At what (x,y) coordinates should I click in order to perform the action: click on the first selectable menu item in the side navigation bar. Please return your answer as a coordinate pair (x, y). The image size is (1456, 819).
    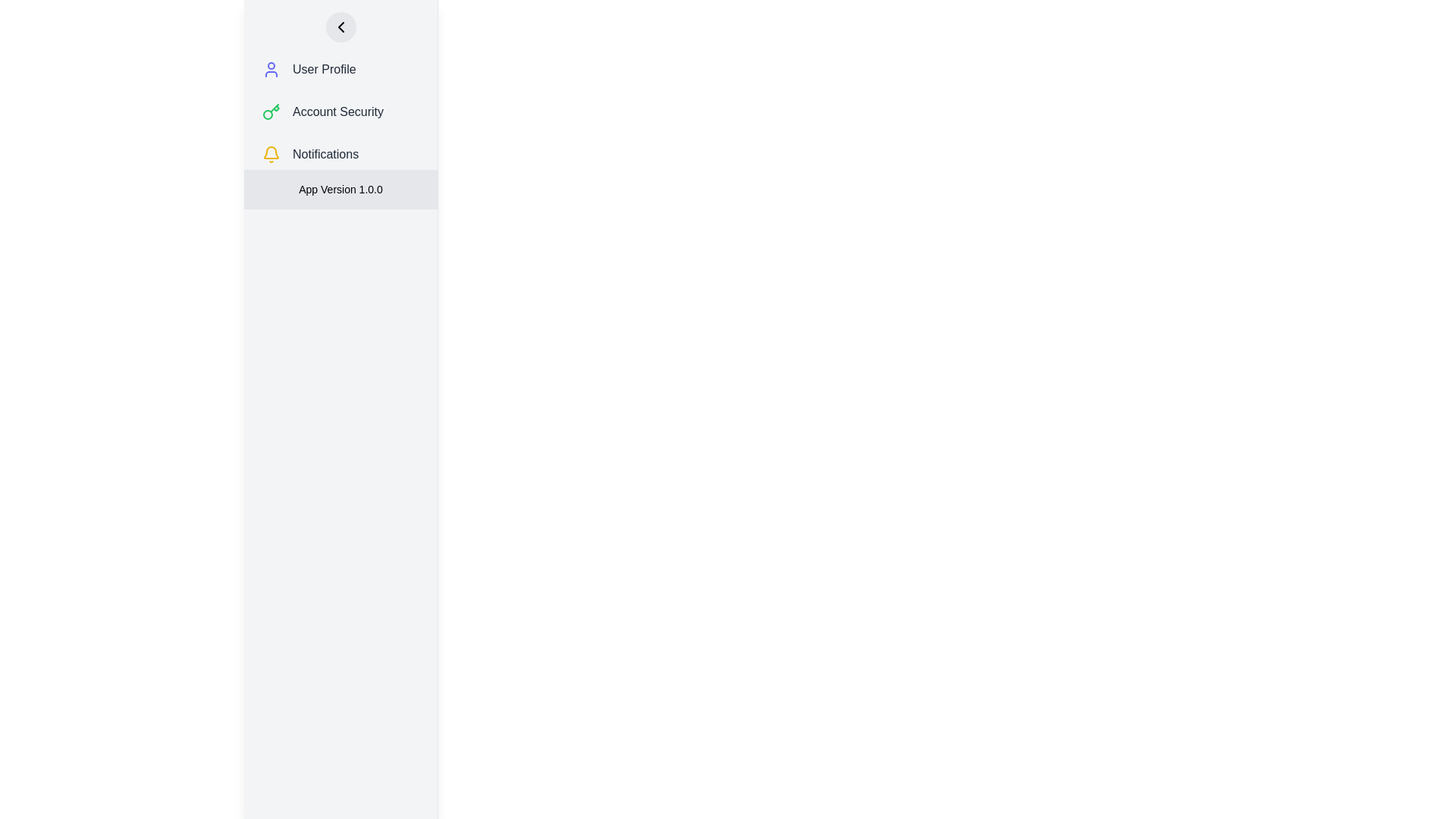
    Looking at the image, I should click on (340, 70).